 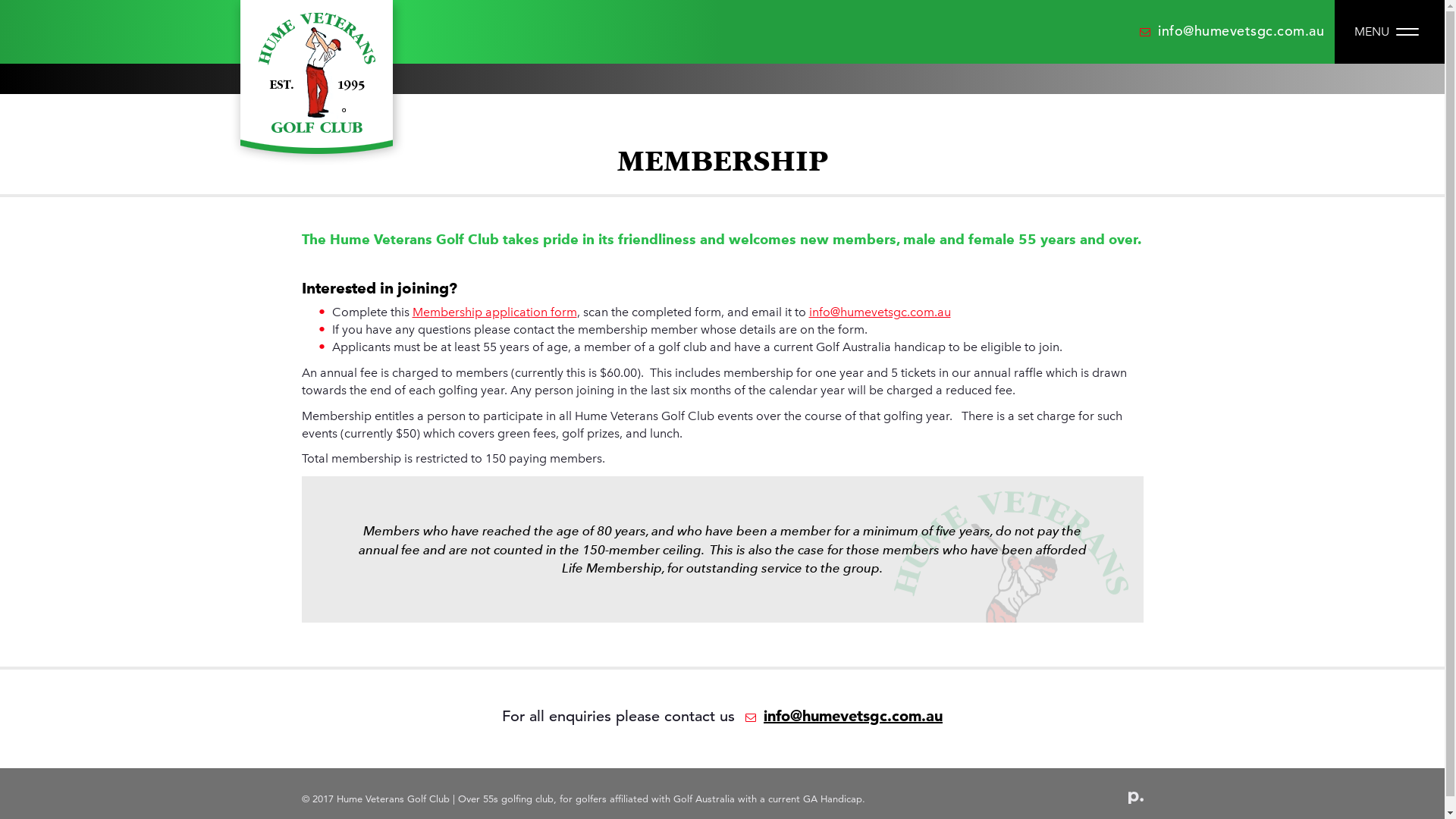 What do you see at coordinates (494, 311) in the screenshot?
I see `'Membership application form'` at bounding box center [494, 311].